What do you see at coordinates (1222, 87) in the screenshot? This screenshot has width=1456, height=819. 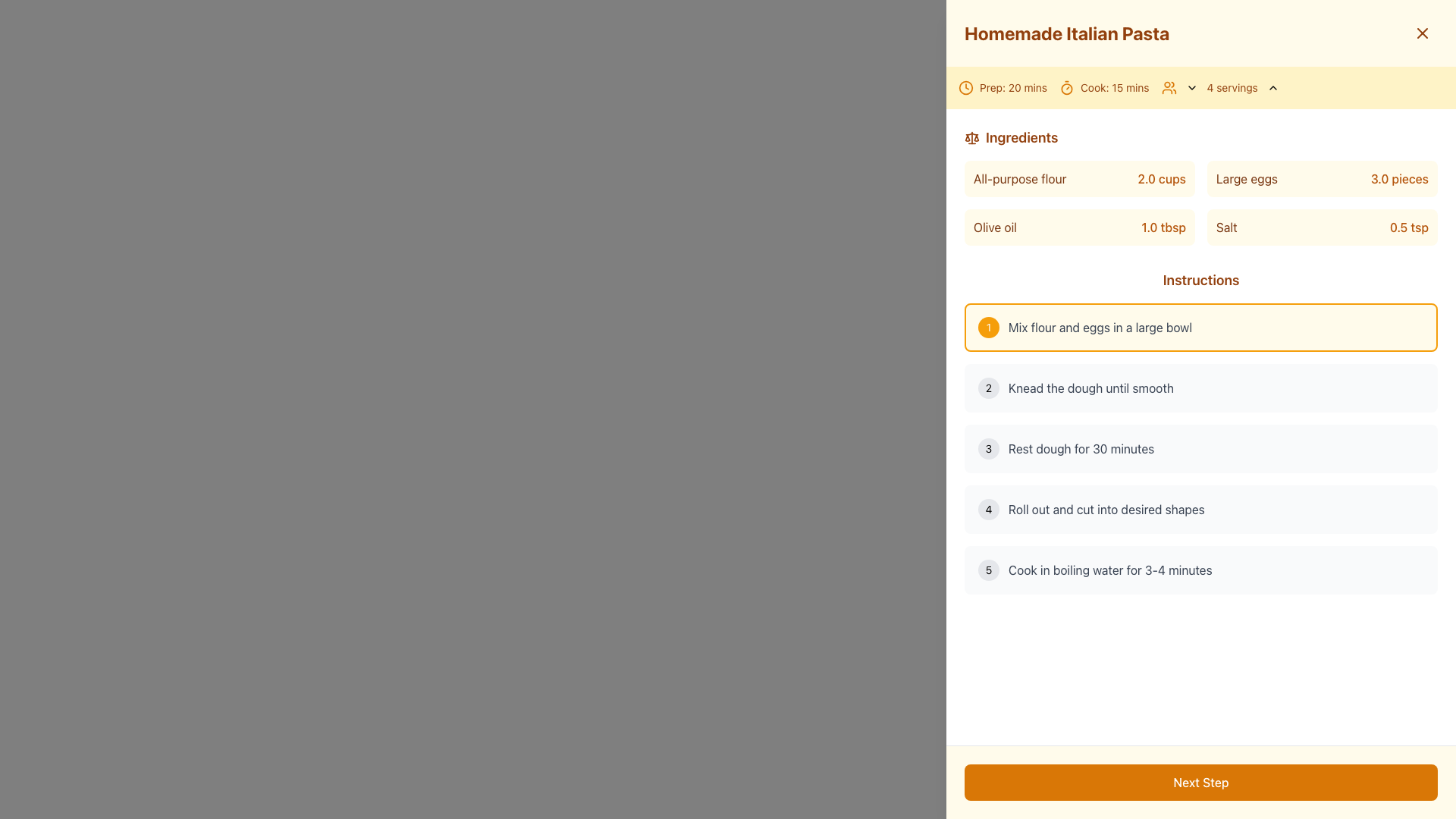 I see `the text element reading '4 servings' in amber color, located in the header section of the card below the title 'Homemade Italian Pasta'` at bounding box center [1222, 87].